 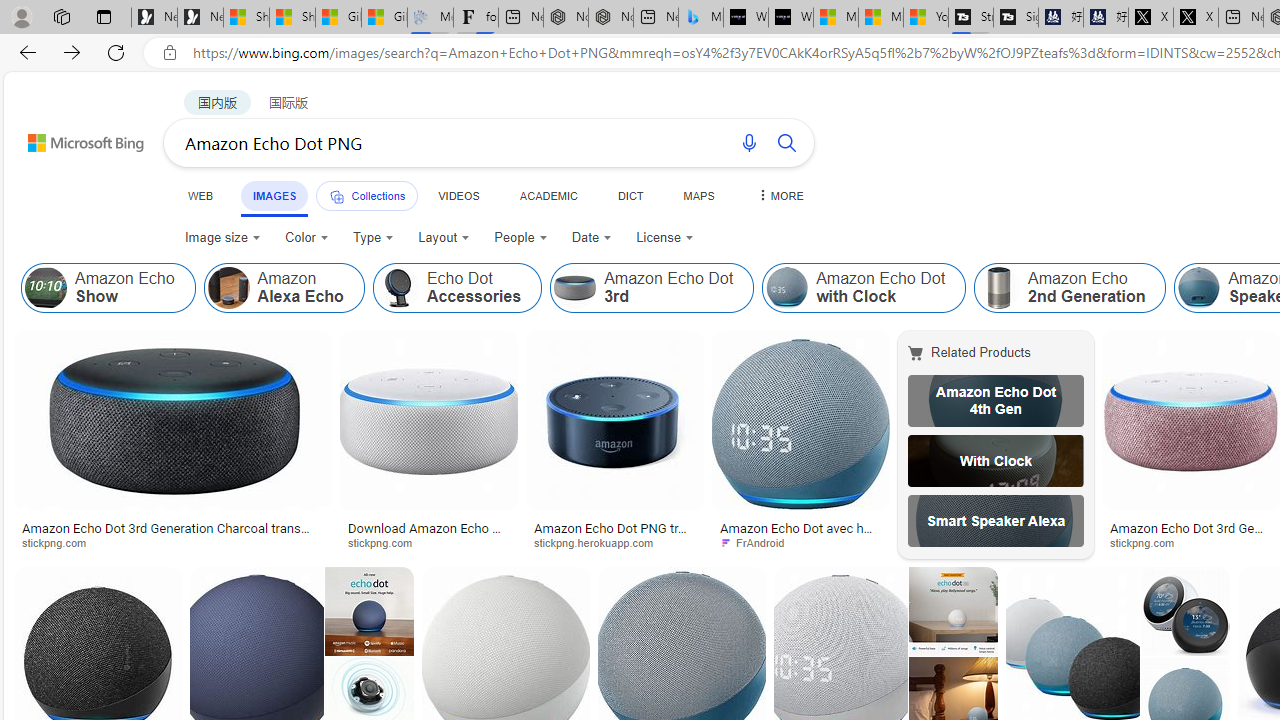 What do you see at coordinates (548, 195) in the screenshot?
I see `'ACADEMIC'` at bounding box center [548, 195].